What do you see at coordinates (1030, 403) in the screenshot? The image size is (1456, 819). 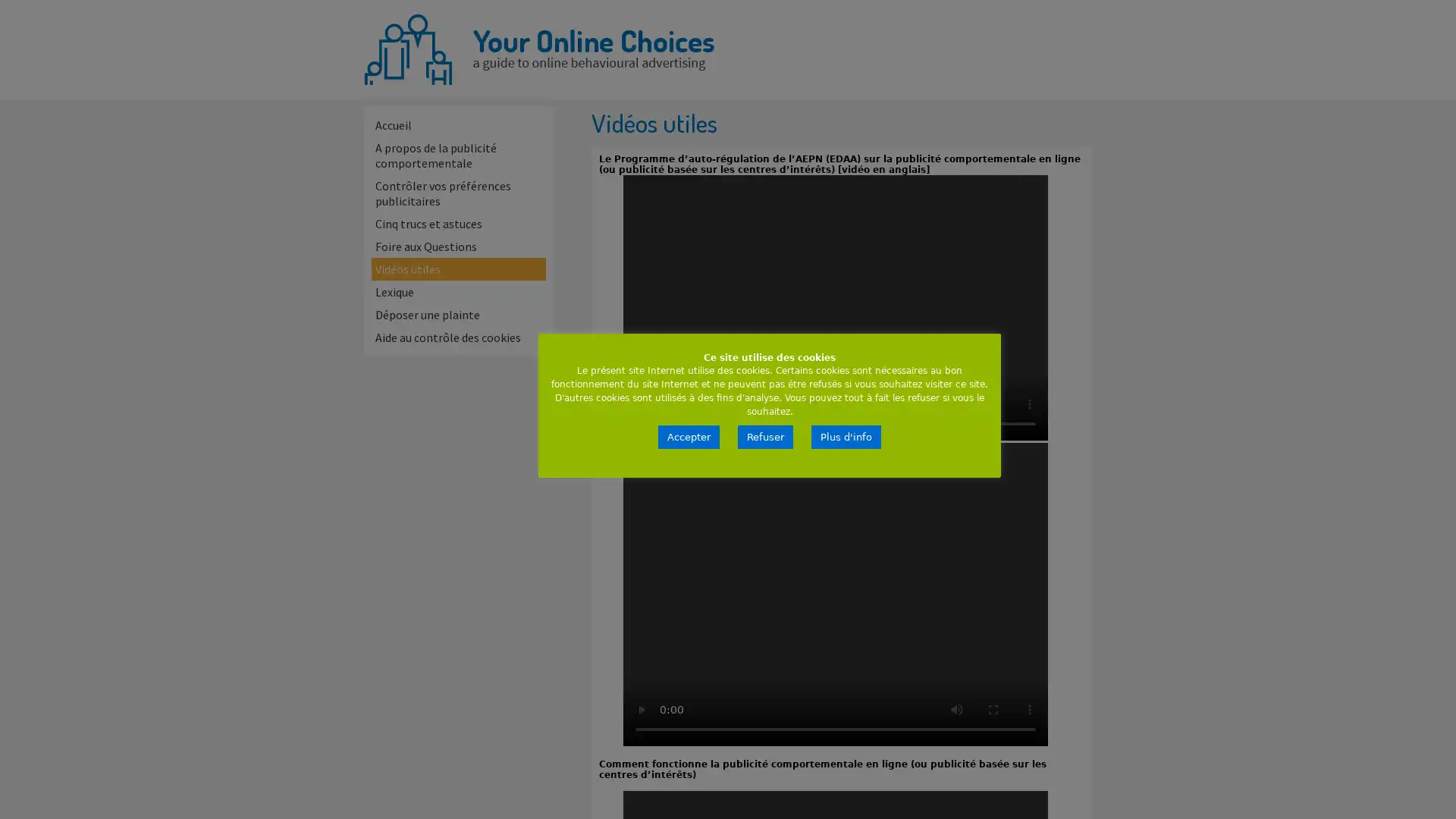 I see `show more media controls` at bounding box center [1030, 403].